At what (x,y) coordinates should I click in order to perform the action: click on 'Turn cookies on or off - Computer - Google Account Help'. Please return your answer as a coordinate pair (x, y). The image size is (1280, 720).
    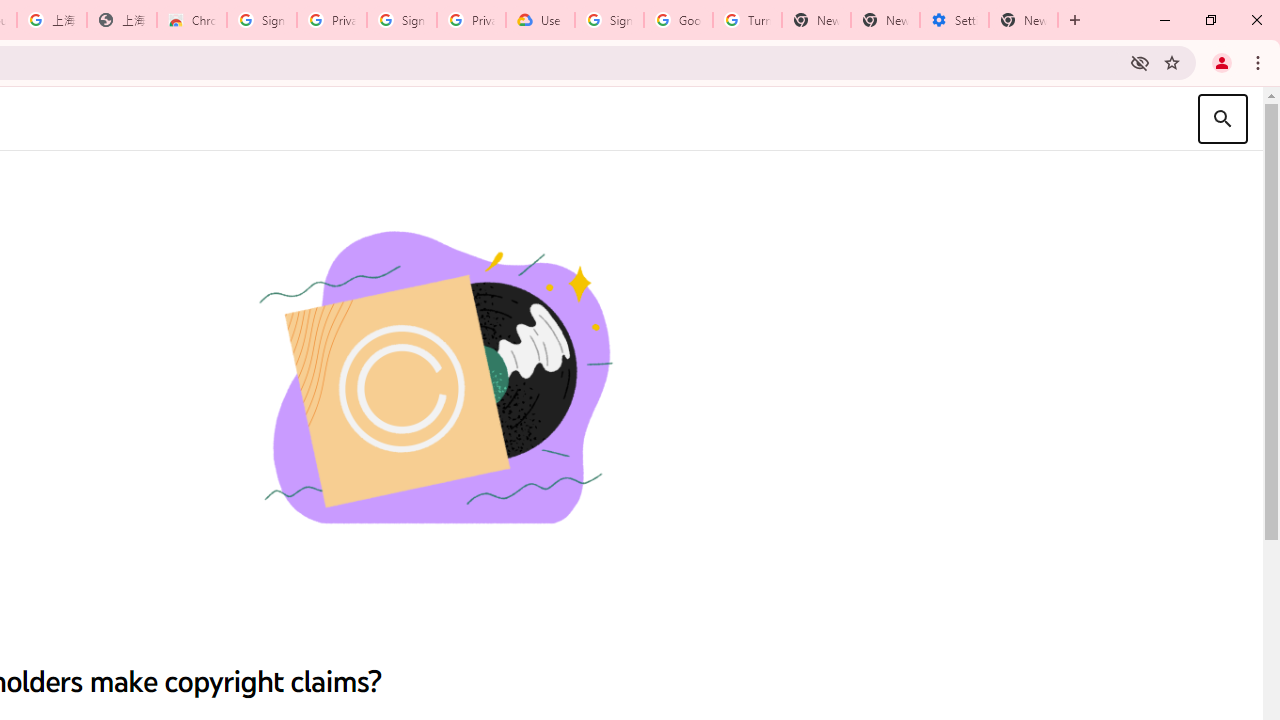
    Looking at the image, I should click on (746, 20).